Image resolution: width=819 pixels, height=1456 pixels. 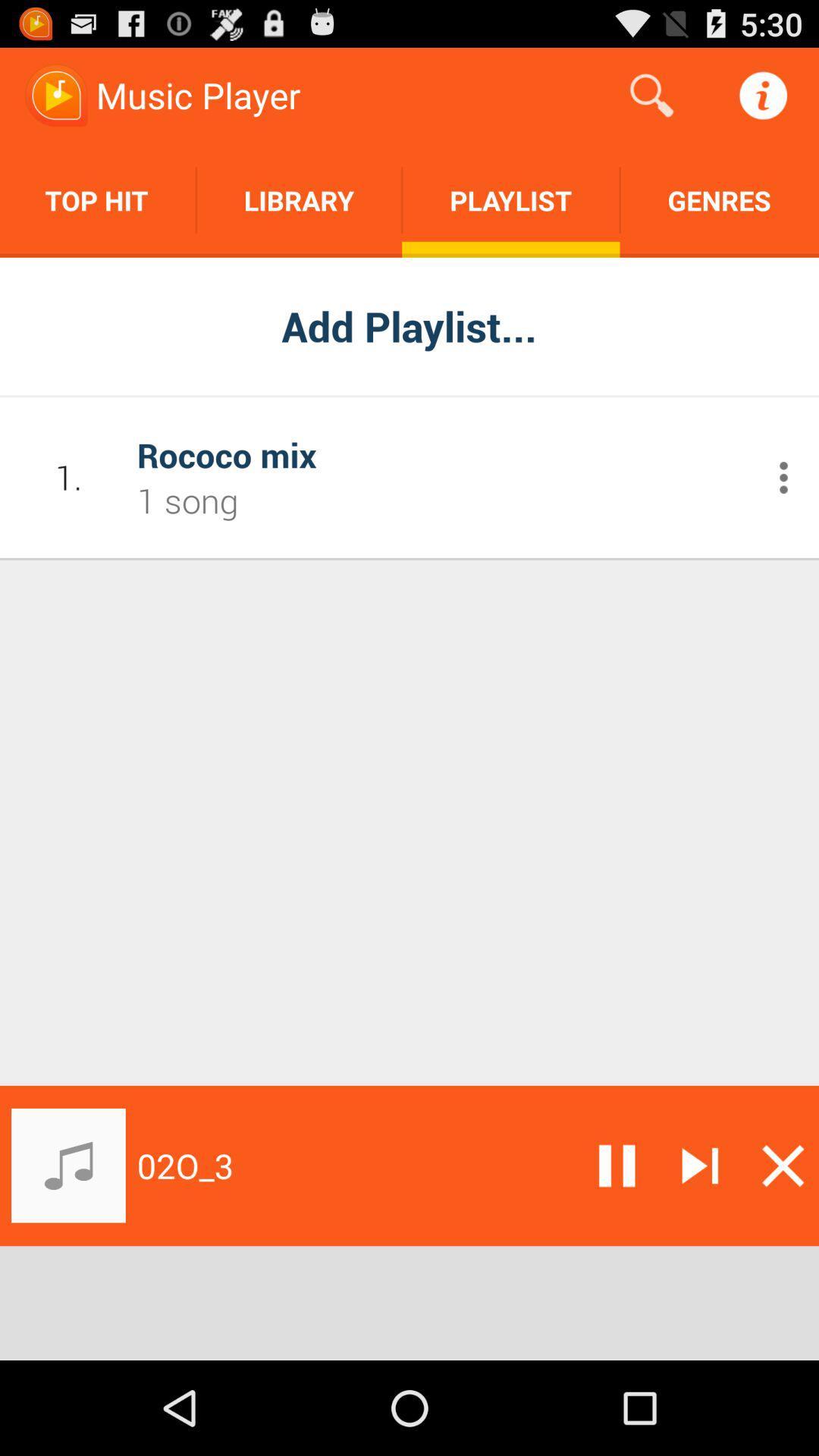 I want to click on additional options, so click(x=783, y=476).